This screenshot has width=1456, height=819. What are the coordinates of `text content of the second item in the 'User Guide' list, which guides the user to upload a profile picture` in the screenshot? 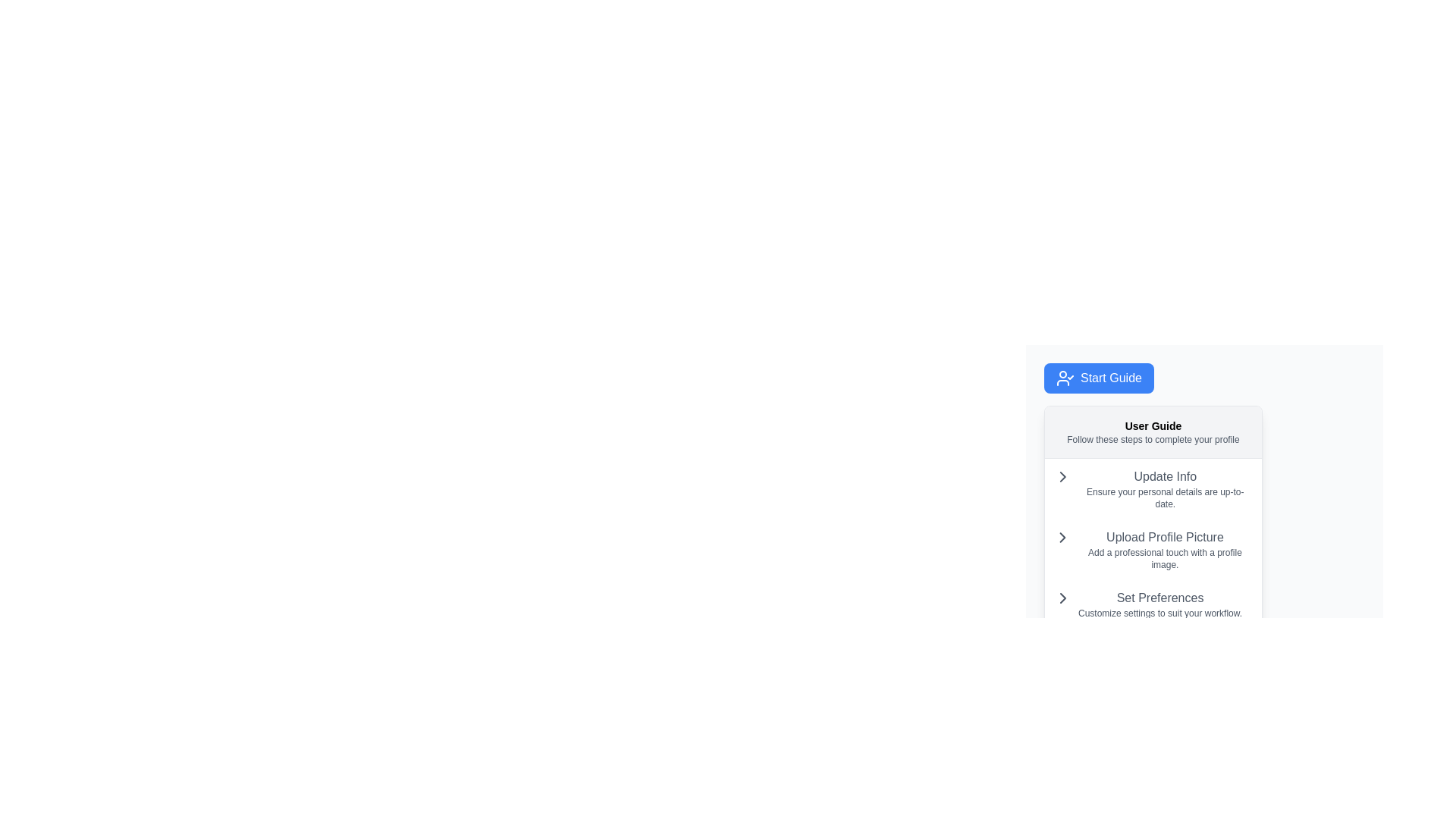 It's located at (1153, 543).